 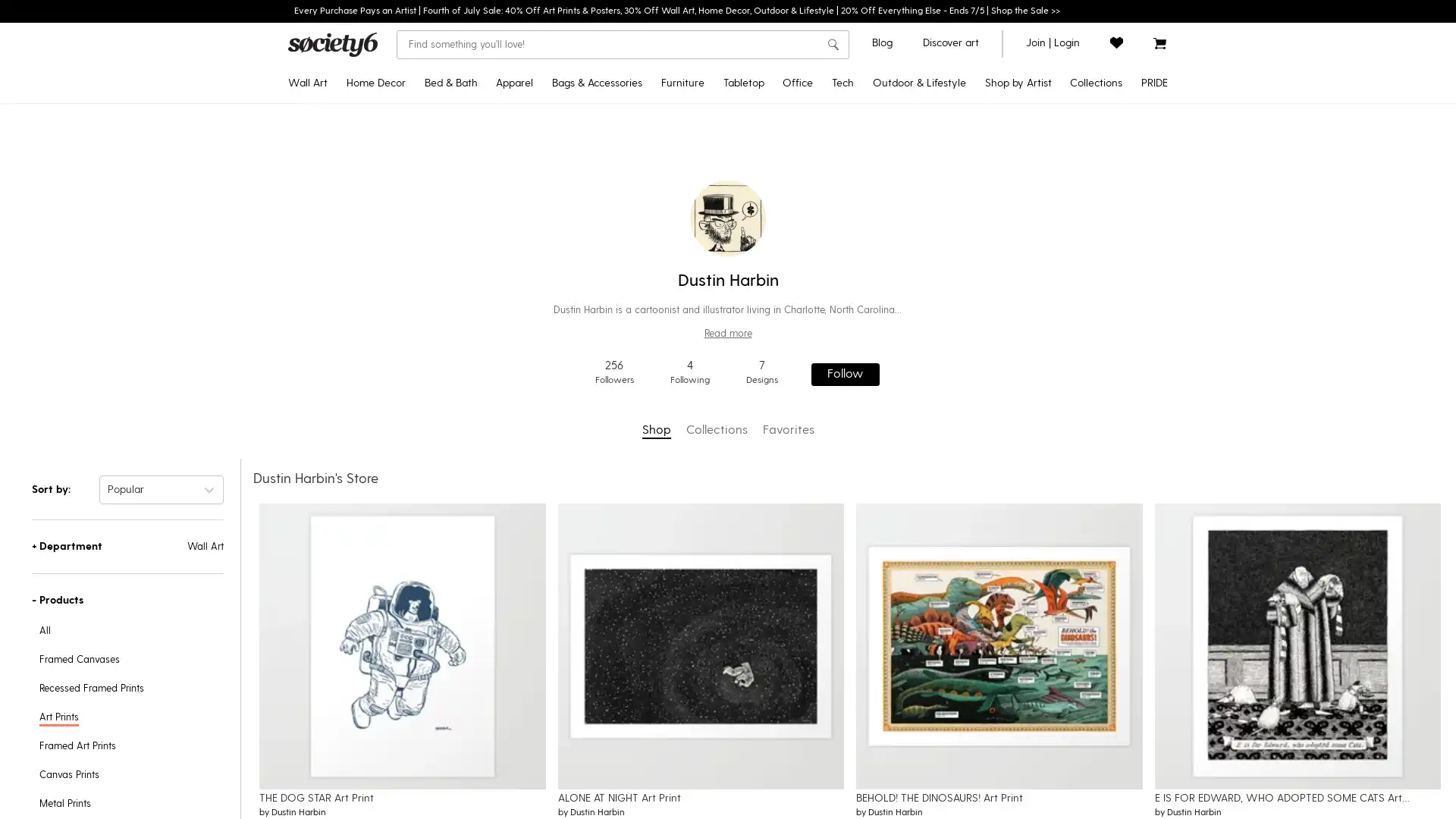 What do you see at coordinates (1040, 244) in the screenshot?
I see `Curator's Picks` at bounding box center [1040, 244].